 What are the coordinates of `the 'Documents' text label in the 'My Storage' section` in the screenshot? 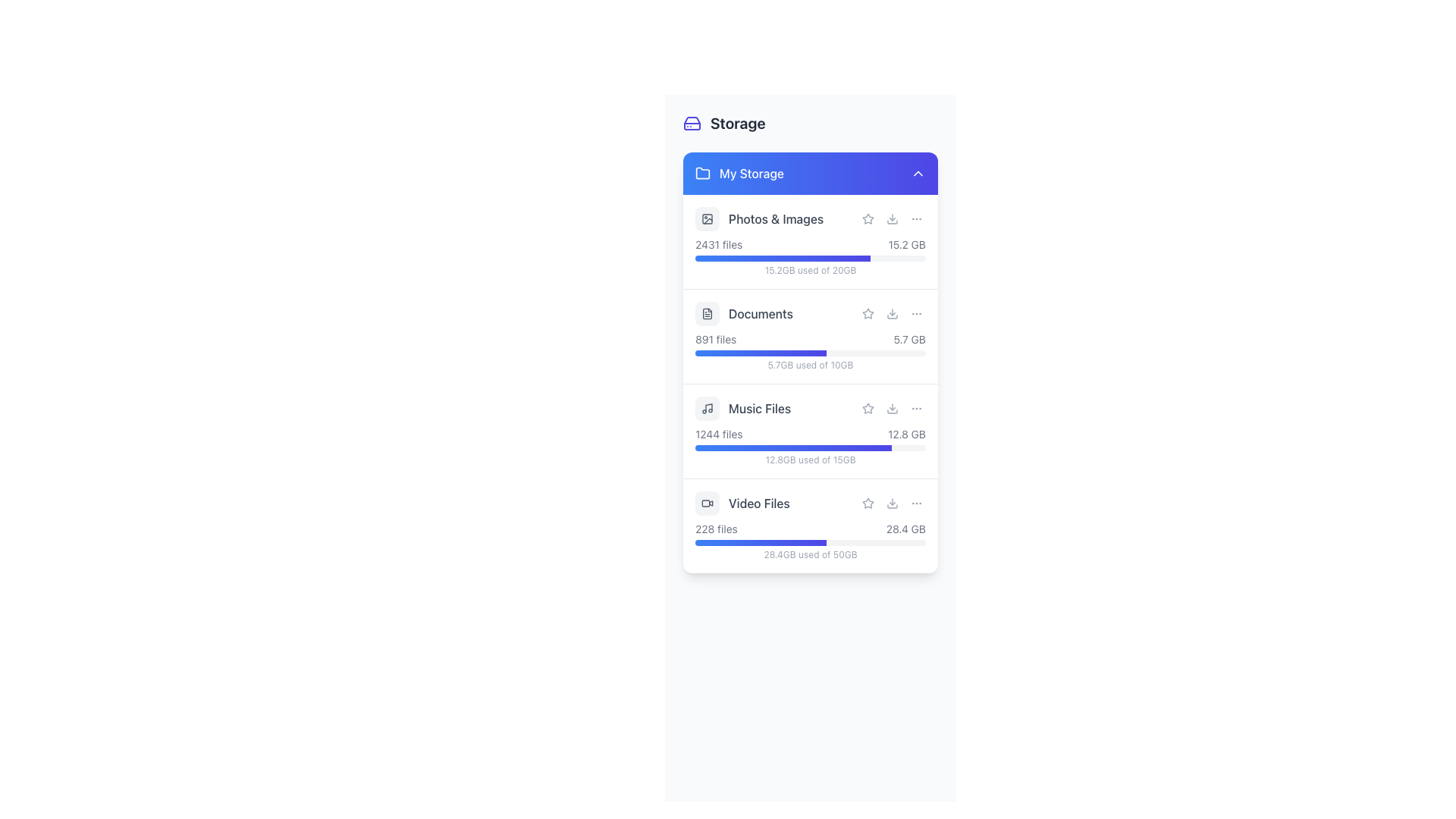 It's located at (761, 312).